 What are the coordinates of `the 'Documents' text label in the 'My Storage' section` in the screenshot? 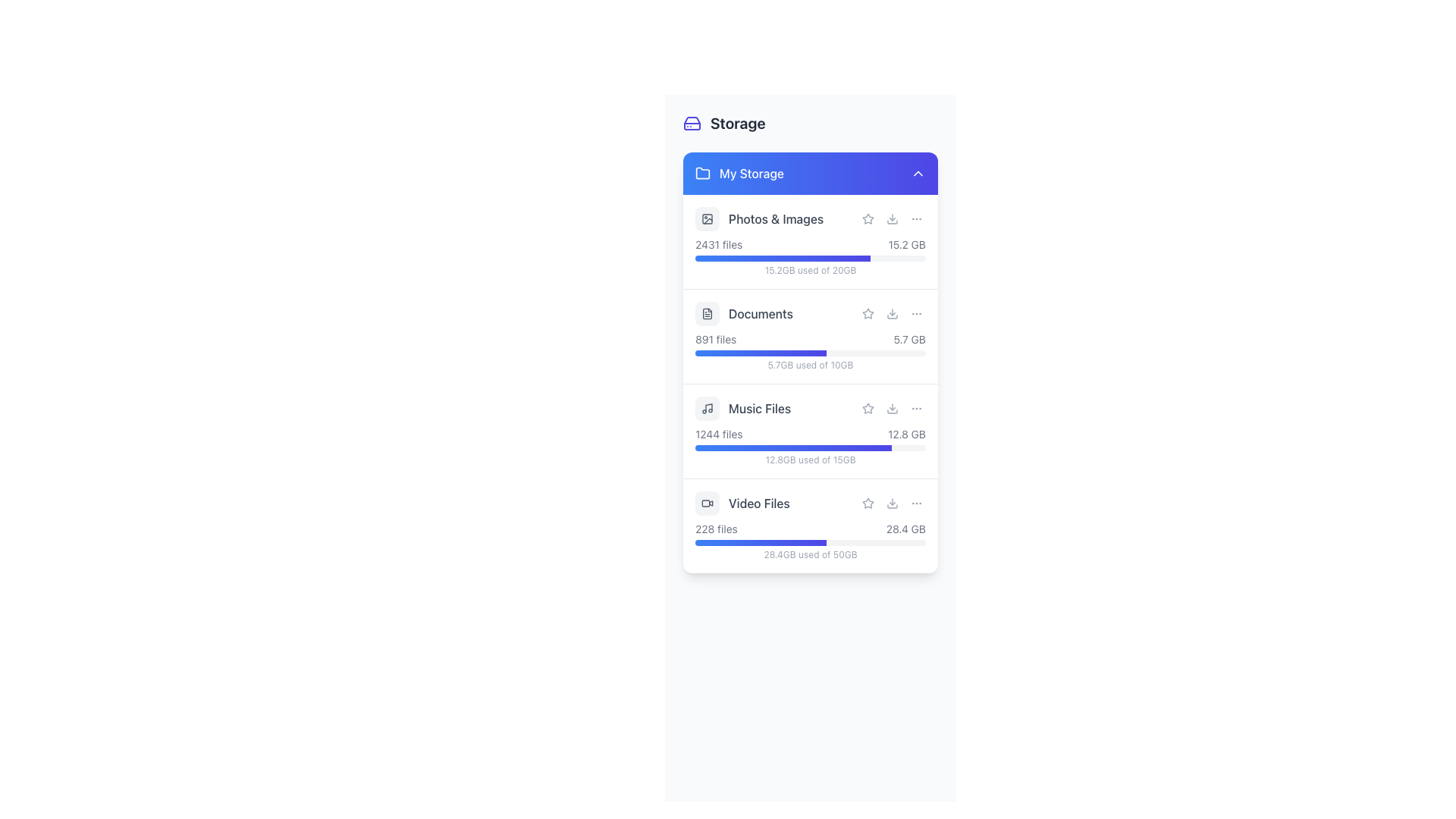 It's located at (761, 312).